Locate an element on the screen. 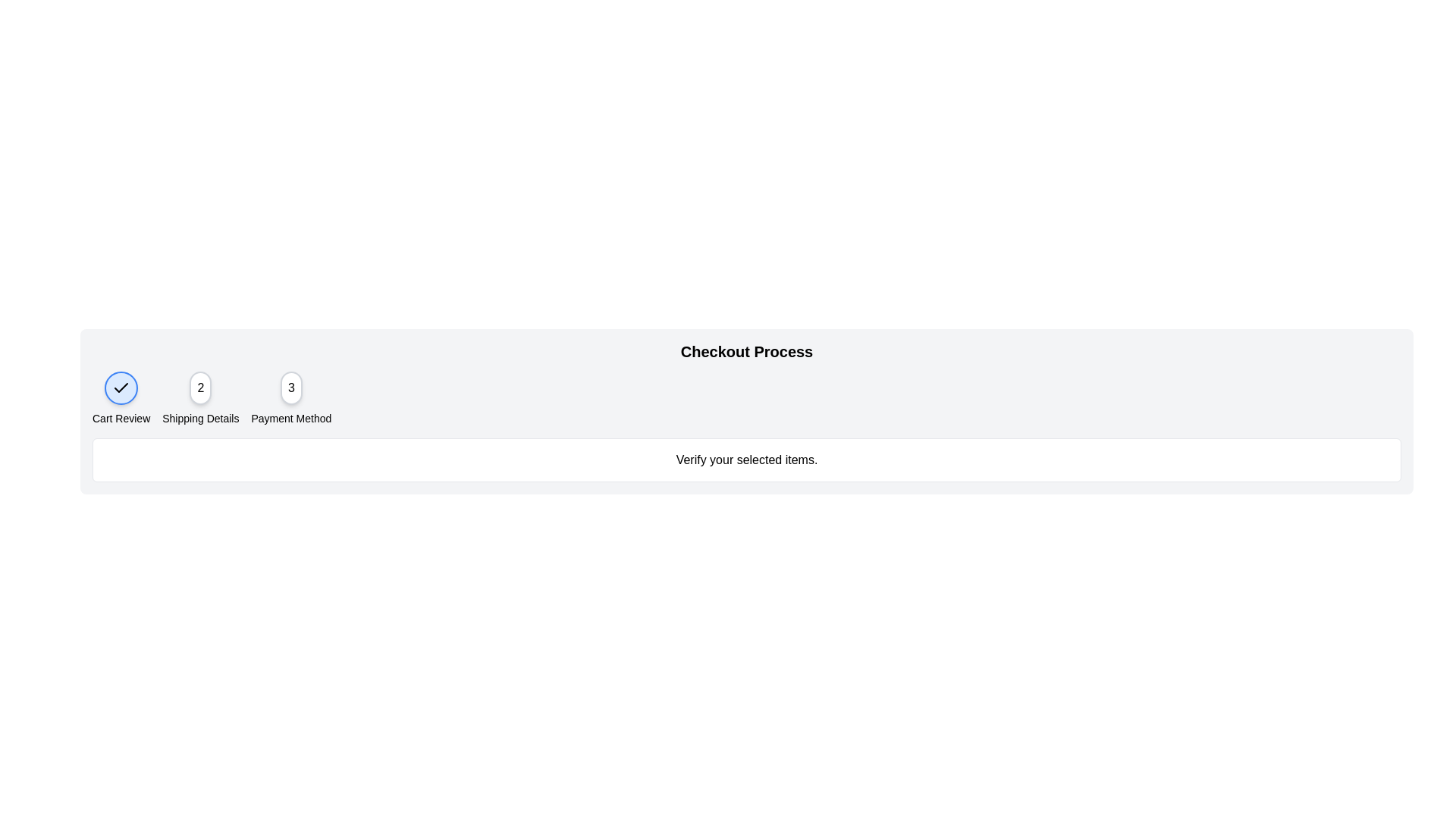  the step indicator button displaying the number '3' for the 'Payment Method' step is located at coordinates (291, 397).